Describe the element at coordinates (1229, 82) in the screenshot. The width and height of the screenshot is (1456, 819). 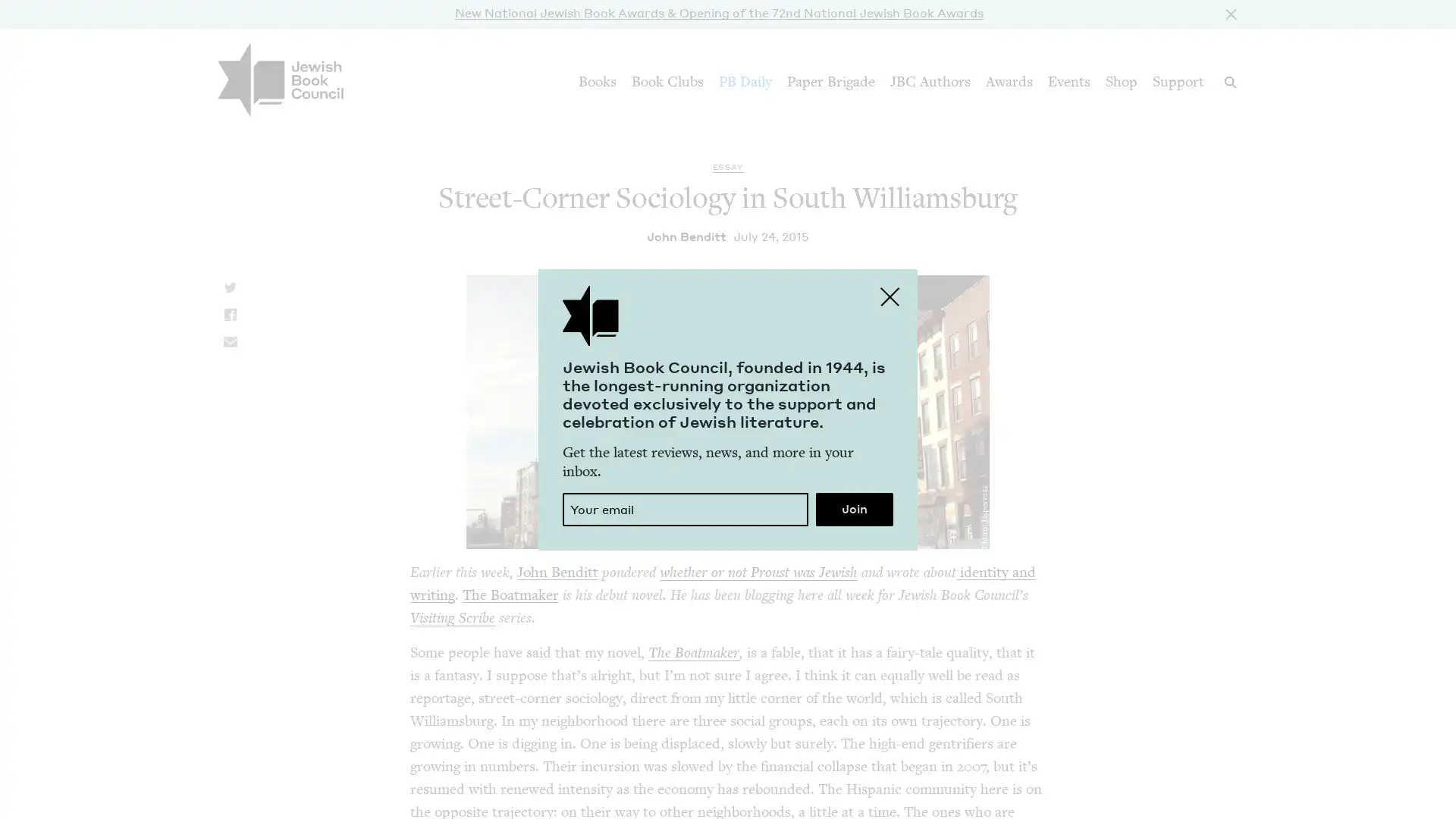
I see `Search` at that location.